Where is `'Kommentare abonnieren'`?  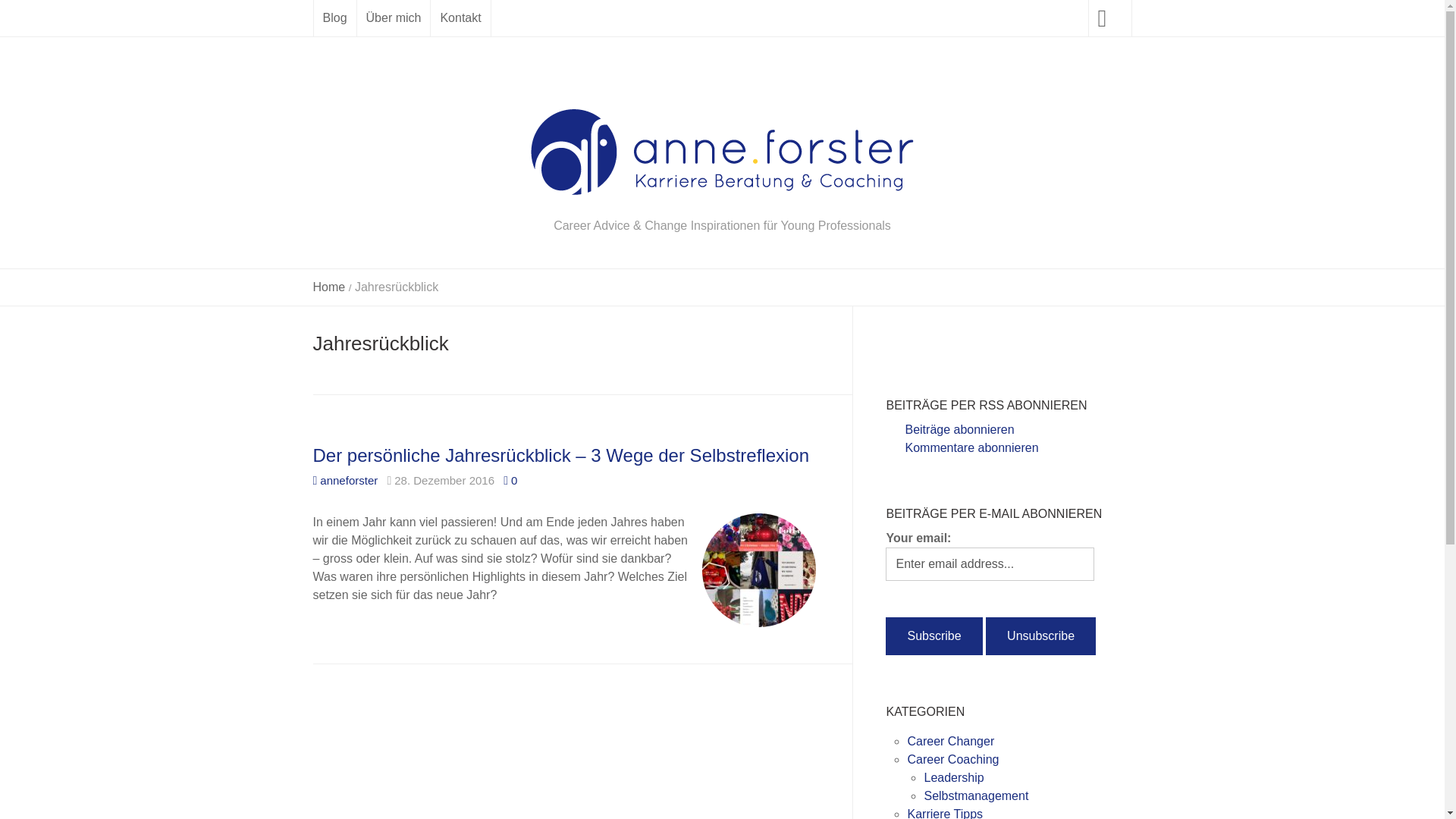 'Kommentare abonnieren' is located at coordinates (961, 447).